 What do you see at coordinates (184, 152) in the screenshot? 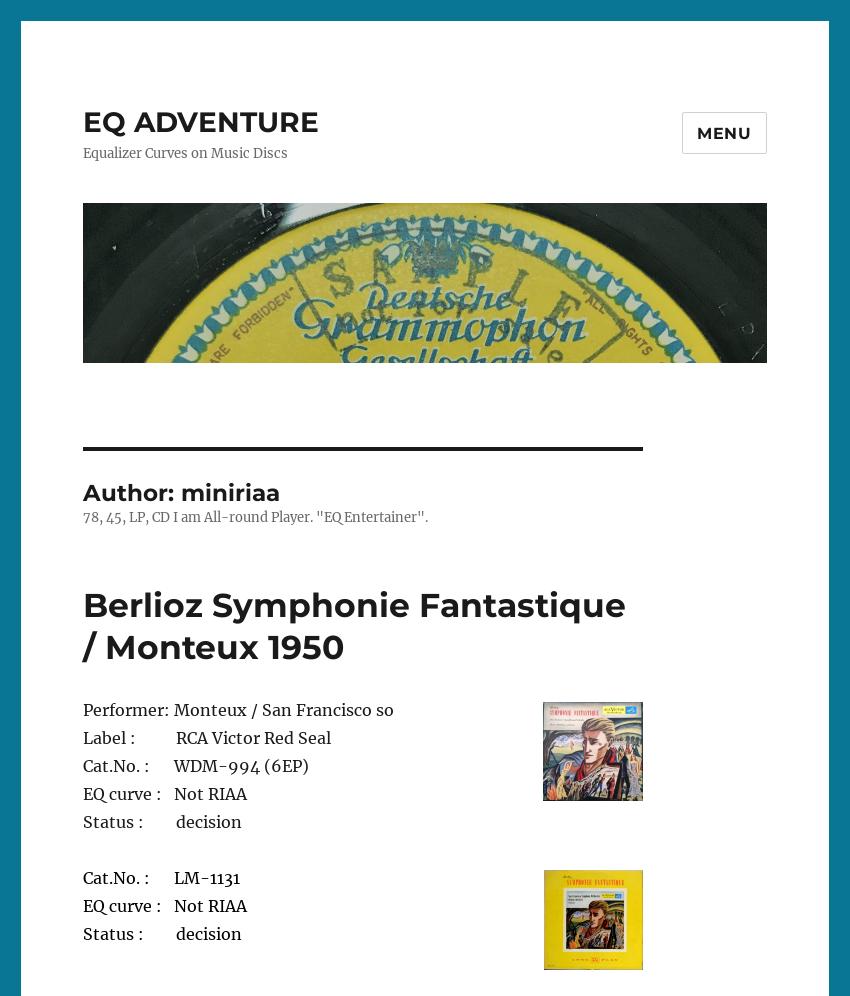
I see `'Equalizer Curves on Music Discs'` at bounding box center [184, 152].